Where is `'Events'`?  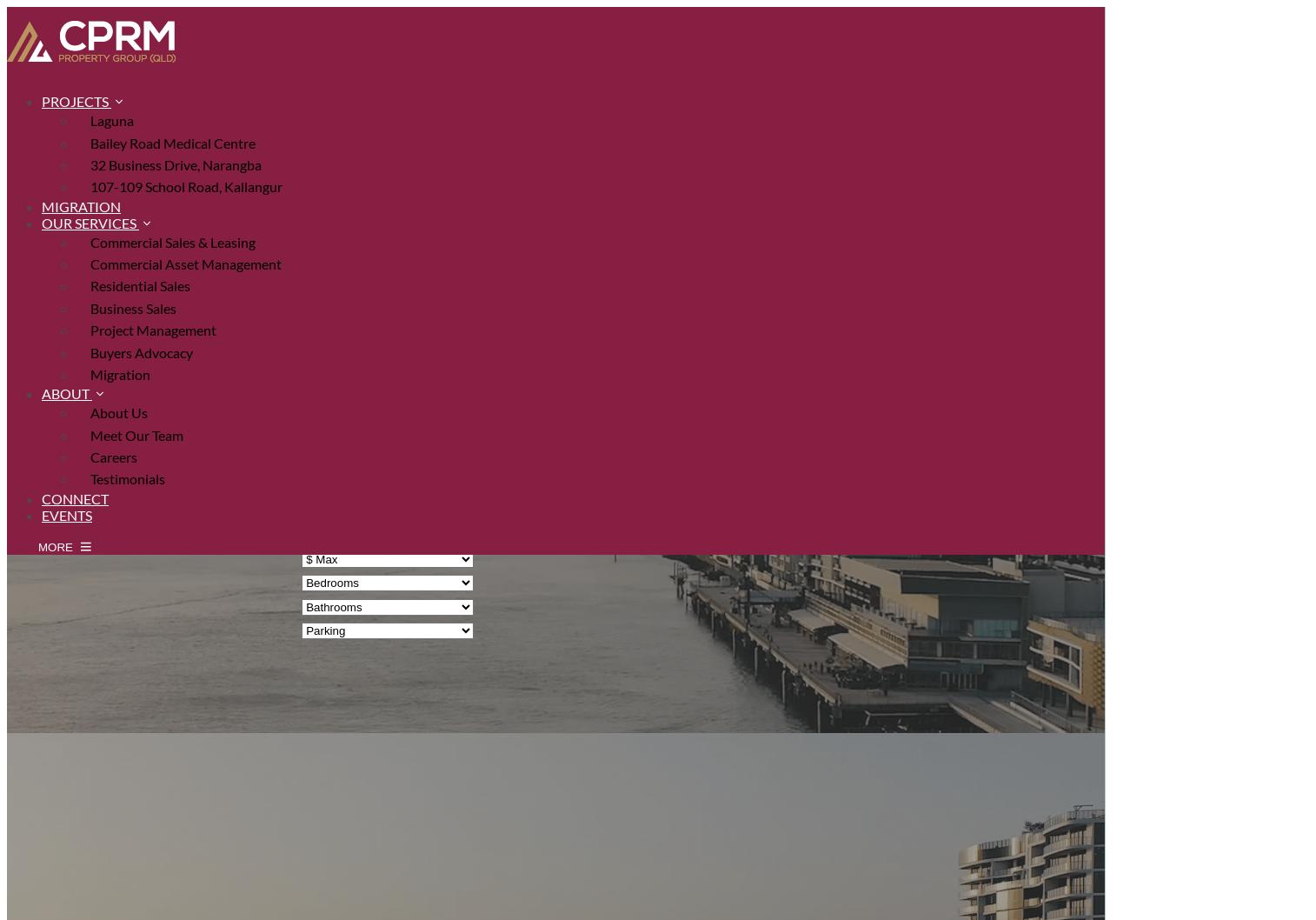
'Events' is located at coordinates (66, 514).